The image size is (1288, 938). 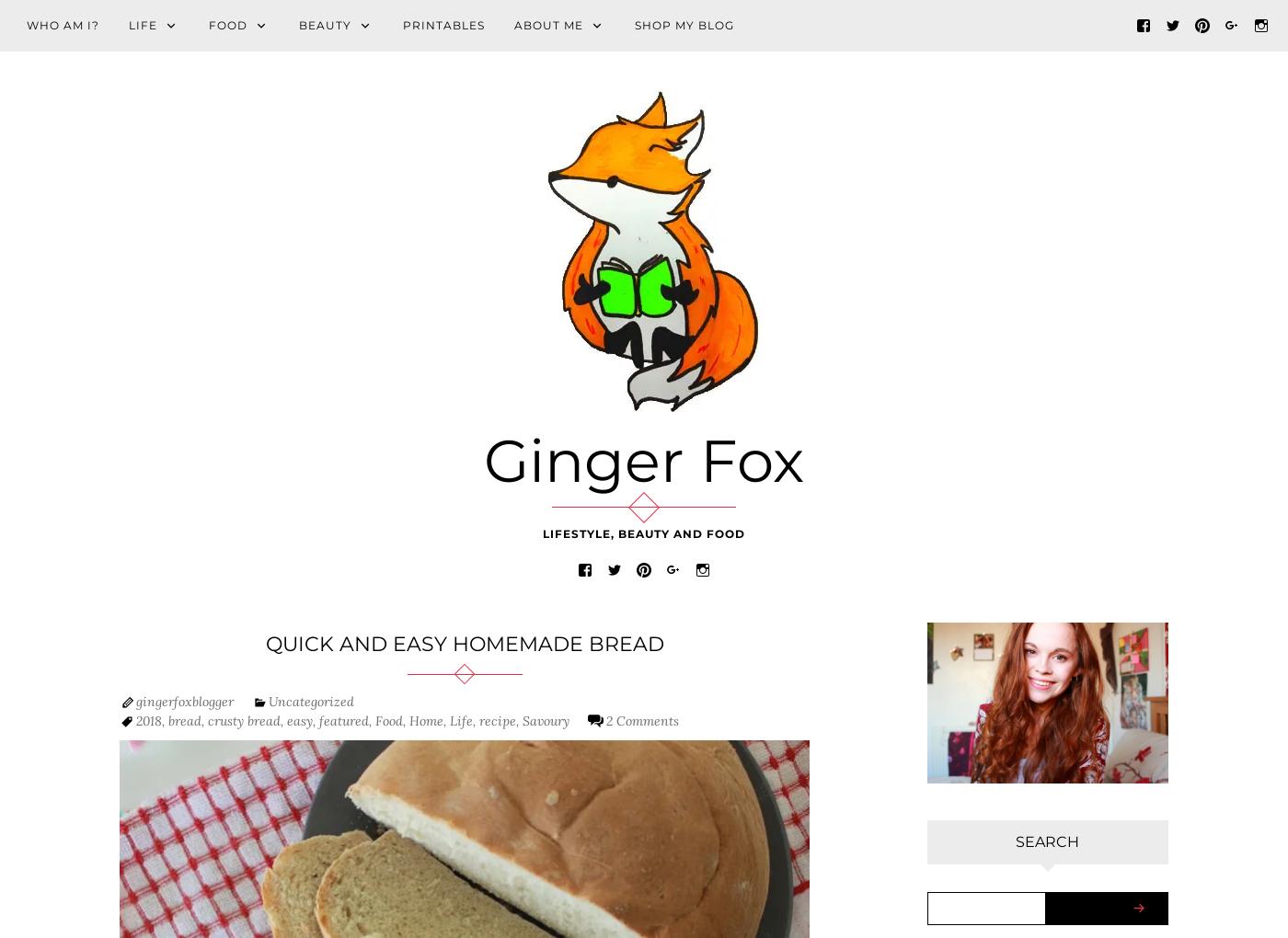 What do you see at coordinates (548, 24) in the screenshot?
I see `'About Me'` at bounding box center [548, 24].